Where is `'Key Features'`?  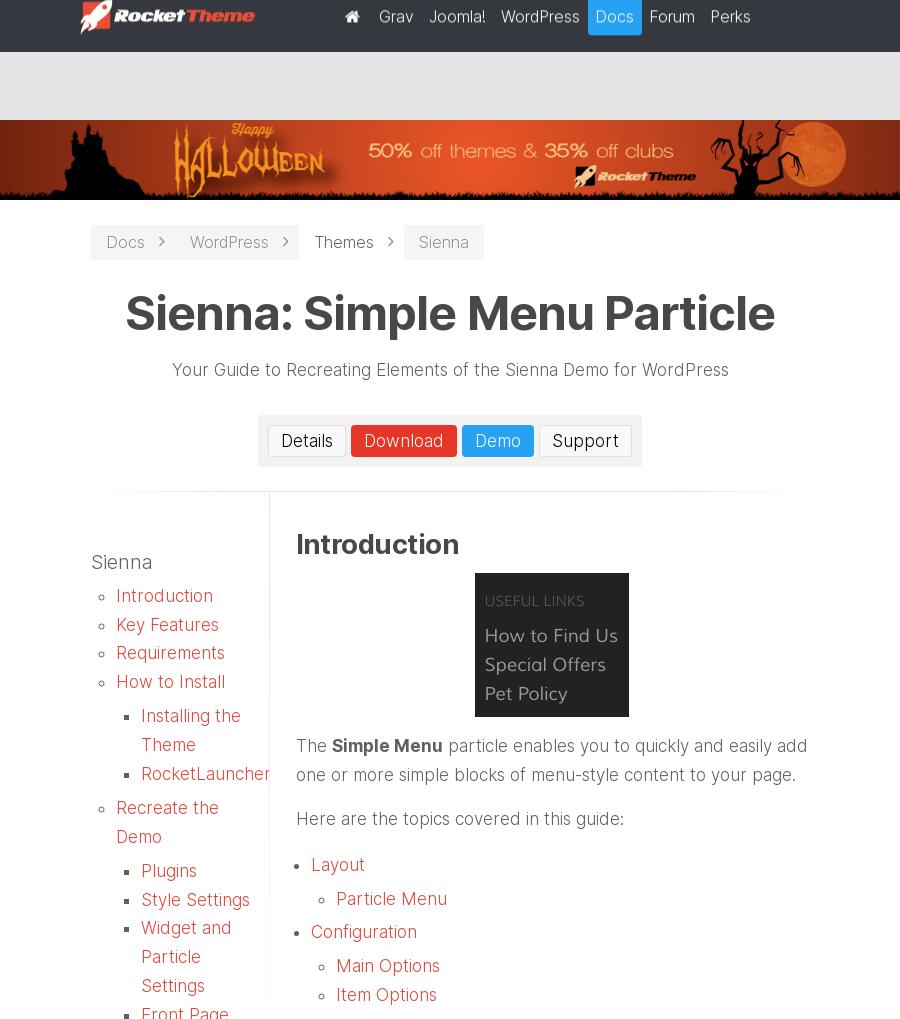 'Key Features' is located at coordinates (167, 624).